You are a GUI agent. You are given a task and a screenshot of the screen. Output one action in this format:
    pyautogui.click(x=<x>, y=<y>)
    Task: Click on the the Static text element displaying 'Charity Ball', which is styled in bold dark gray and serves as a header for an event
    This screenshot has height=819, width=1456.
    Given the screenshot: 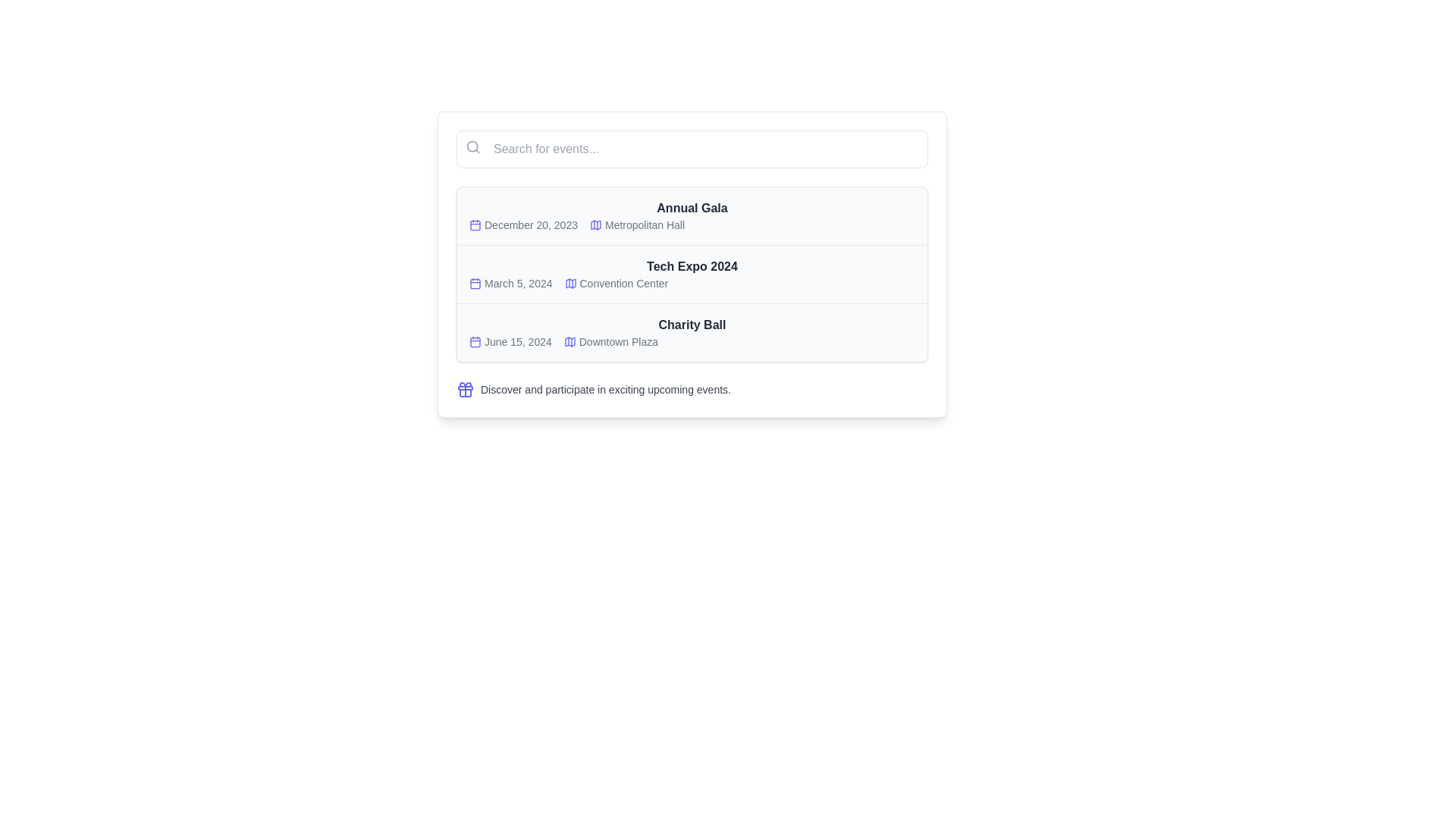 What is the action you would take?
    pyautogui.click(x=691, y=324)
    